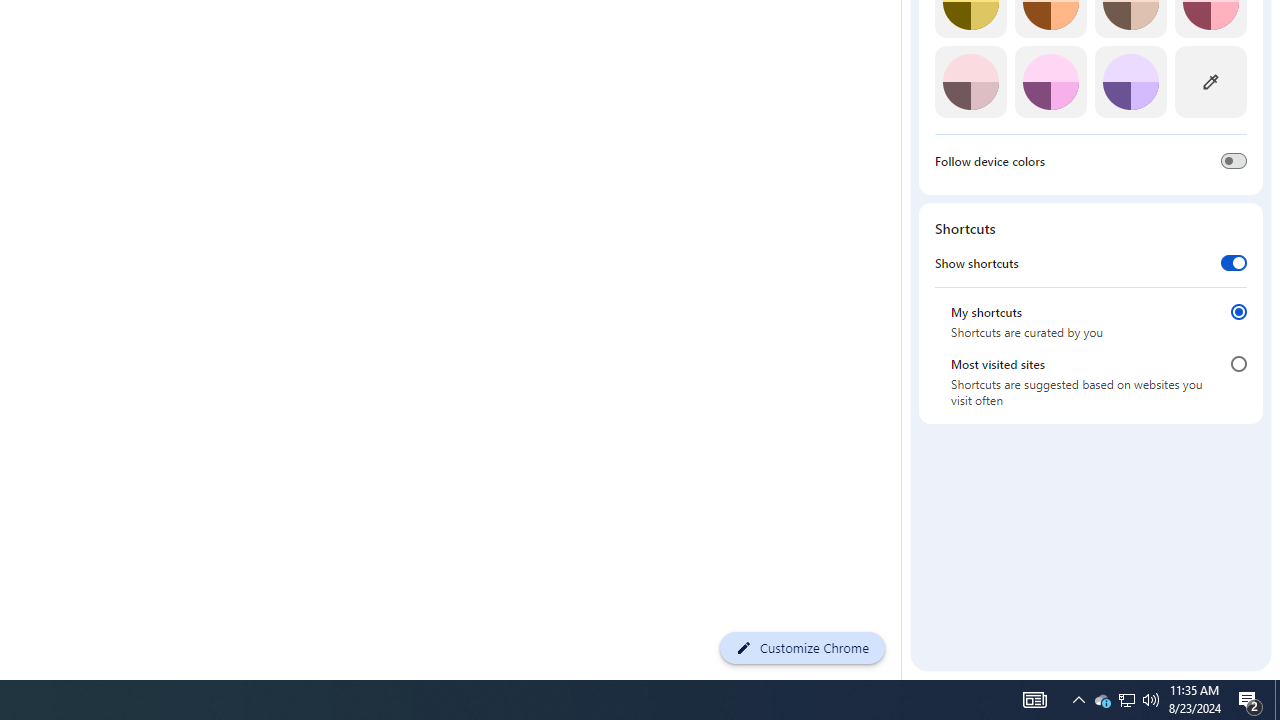 The image size is (1280, 720). Describe the element at coordinates (1238, 363) in the screenshot. I see `'Most visited sites'` at that location.